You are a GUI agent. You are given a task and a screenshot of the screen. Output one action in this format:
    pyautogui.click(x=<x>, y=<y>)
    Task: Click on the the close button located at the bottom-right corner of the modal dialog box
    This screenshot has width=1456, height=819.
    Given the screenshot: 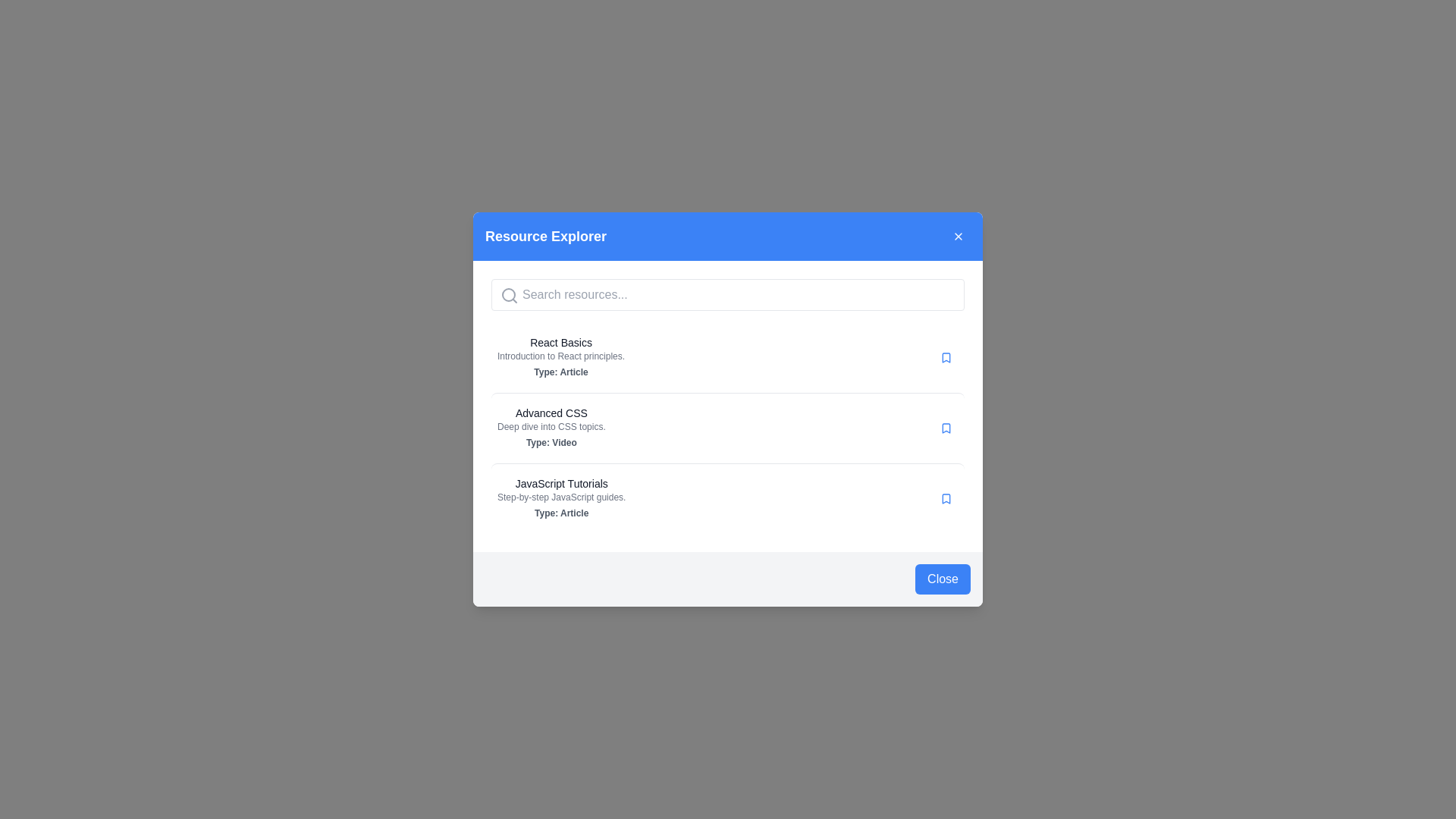 What is the action you would take?
    pyautogui.click(x=942, y=579)
    